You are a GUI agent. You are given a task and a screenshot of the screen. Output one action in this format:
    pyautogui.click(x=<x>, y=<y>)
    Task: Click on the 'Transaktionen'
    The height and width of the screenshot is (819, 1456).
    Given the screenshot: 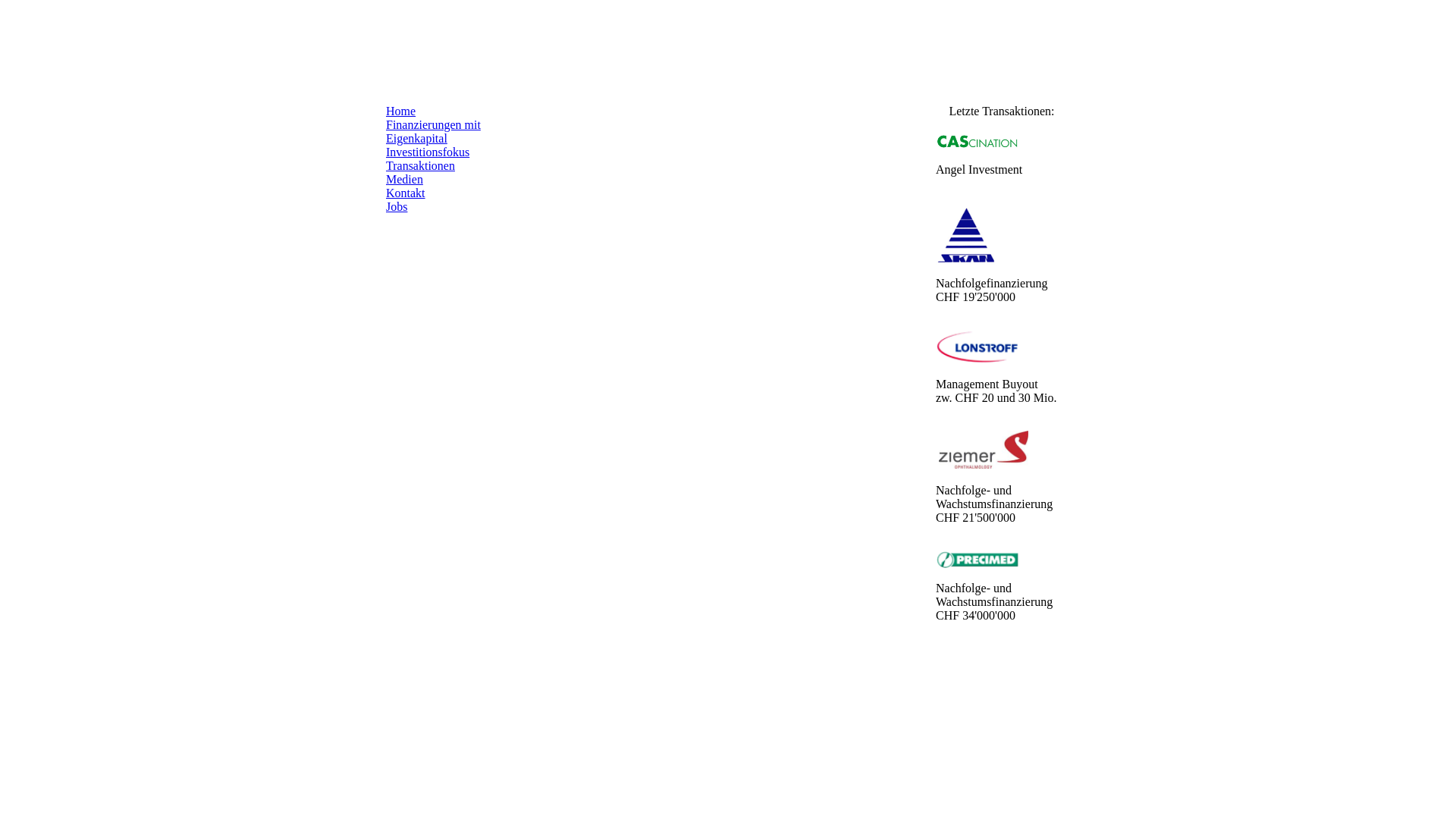 What is the action you would take?
    pyautogui.click(x=385, y=165)
    